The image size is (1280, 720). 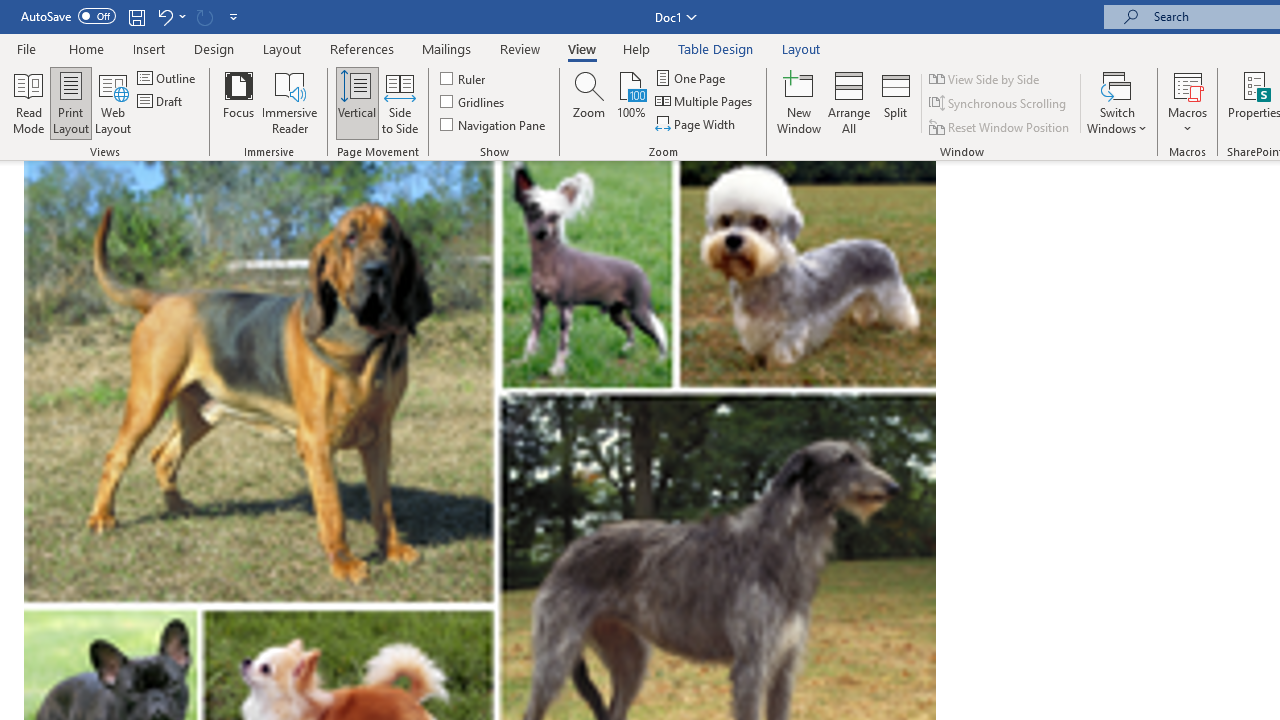 I want to click on 'Page Width', so click(x=696, y=124).